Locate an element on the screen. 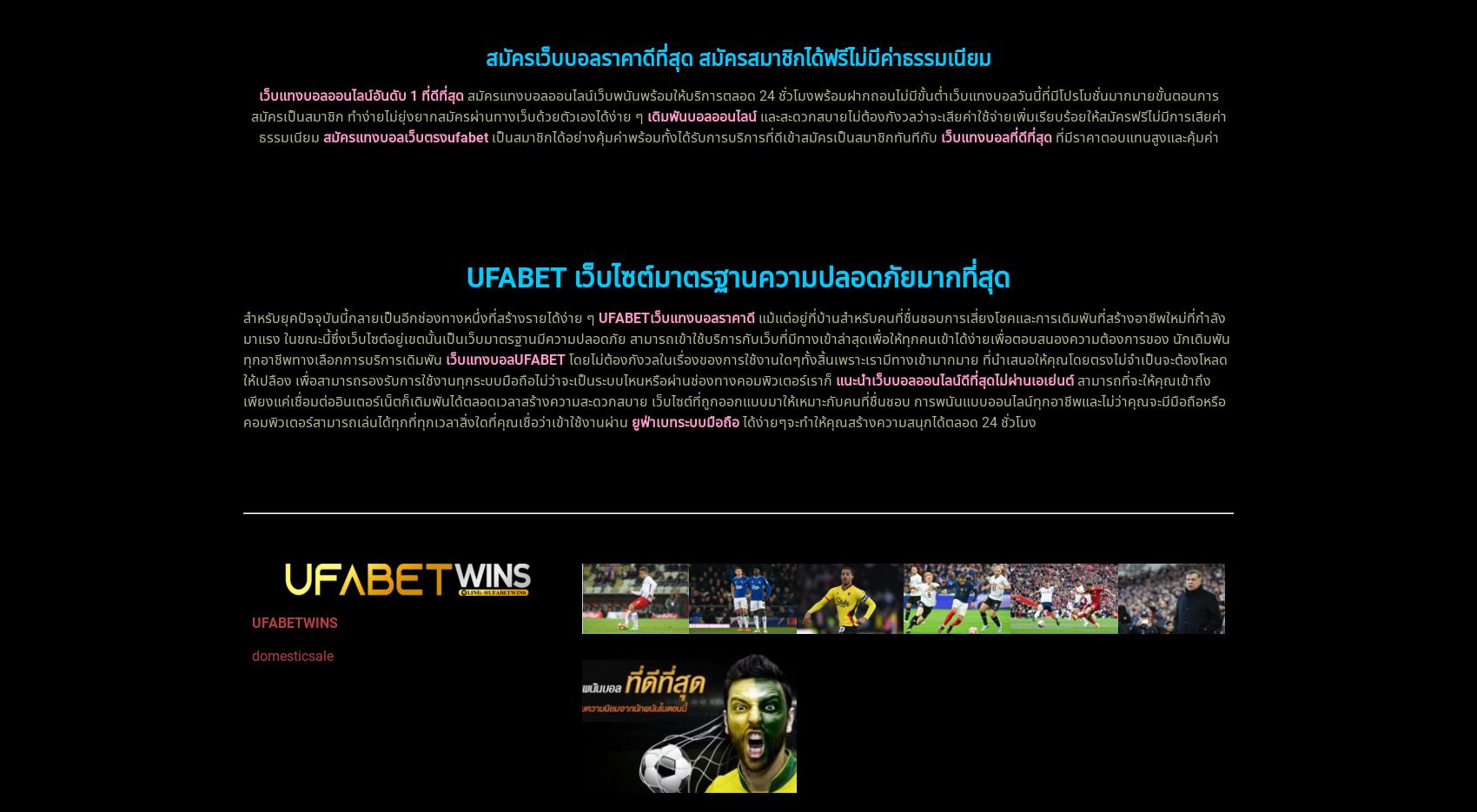  'ได้ง่ายๆจะทำให้คุณสร้างความสนุกได้ตลอด 24 ชั่วโมง' is located at coordinates (887, 422).